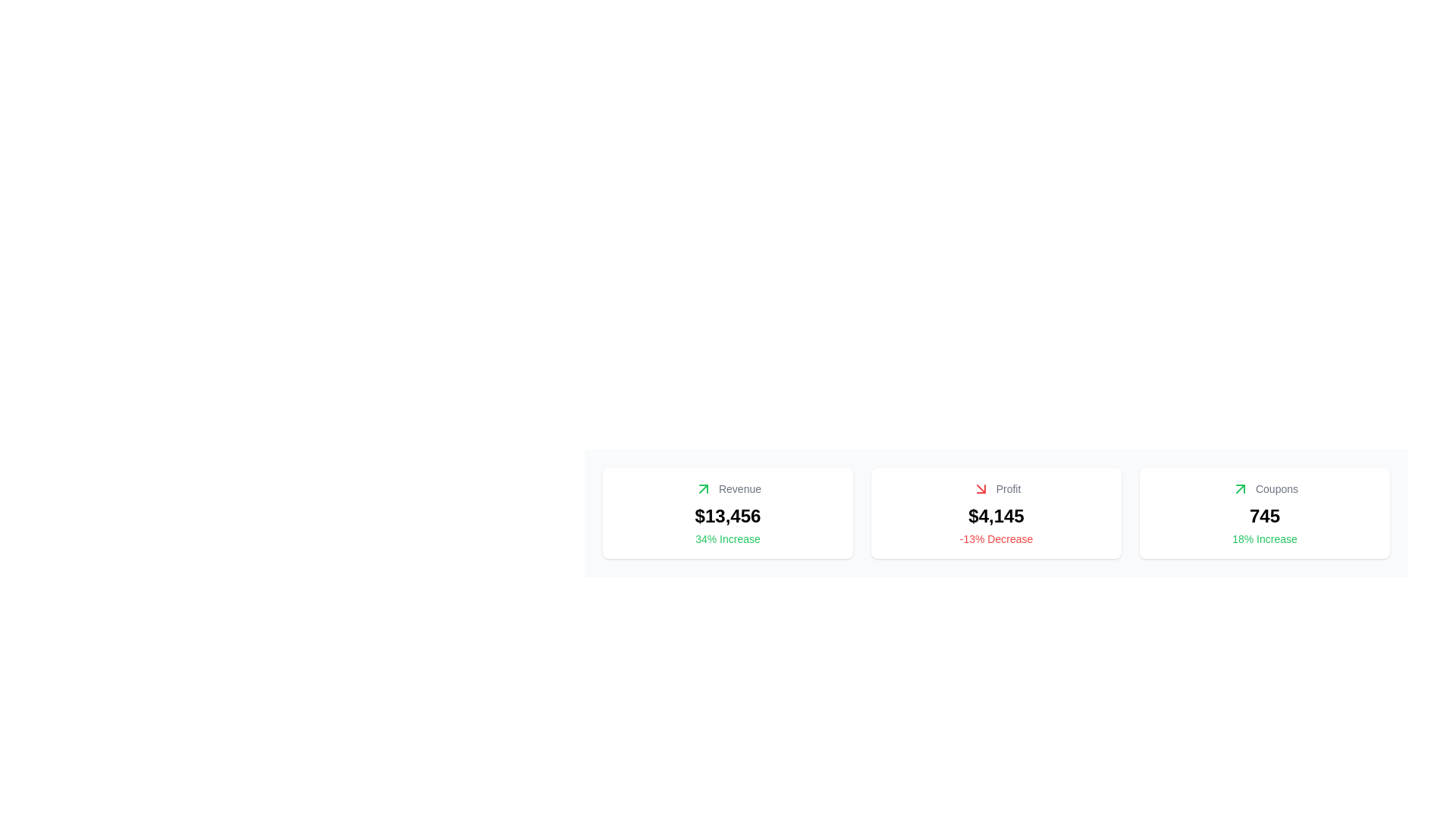 This screenshot has width=1456, height=819. Describe the element at coordinates (728, 538) in the screenshot. I see `the static text label displaying '34% Increase', which is styled in a green font and indicates positive growth within a revenue data card` at that location.